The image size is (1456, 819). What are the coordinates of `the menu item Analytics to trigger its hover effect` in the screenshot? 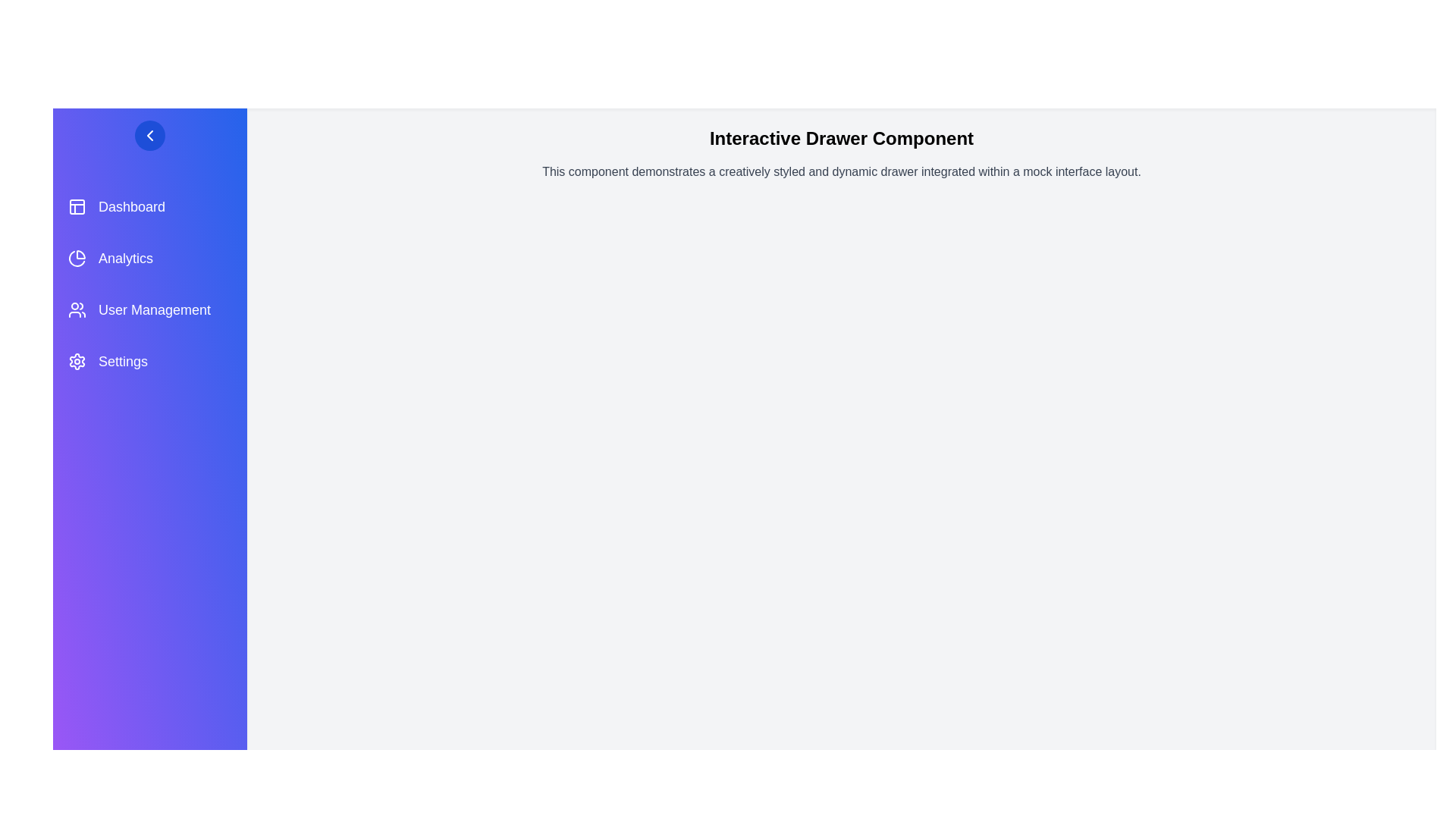 It's located at (149, 257).